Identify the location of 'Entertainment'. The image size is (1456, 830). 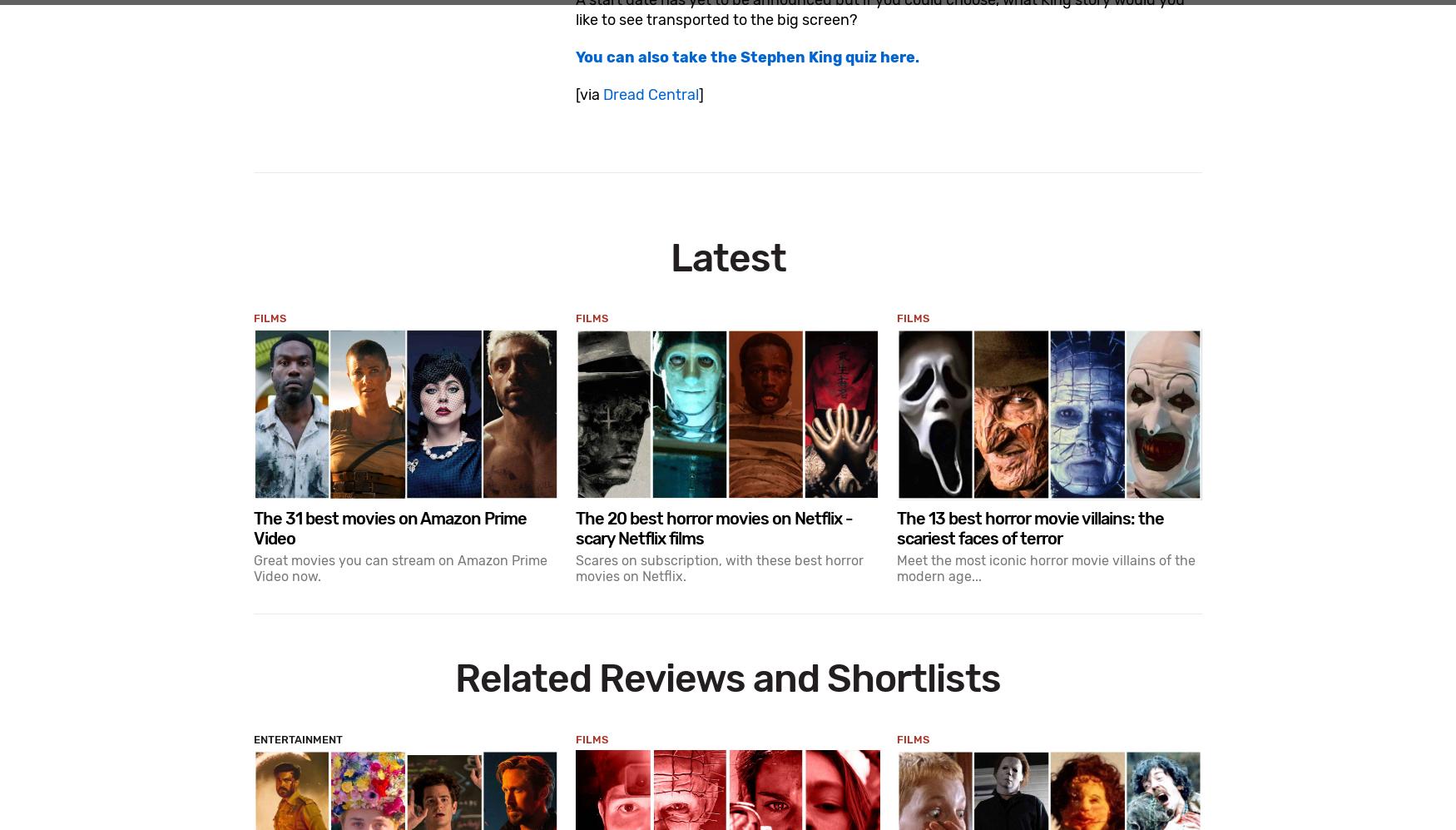
(298, 738).